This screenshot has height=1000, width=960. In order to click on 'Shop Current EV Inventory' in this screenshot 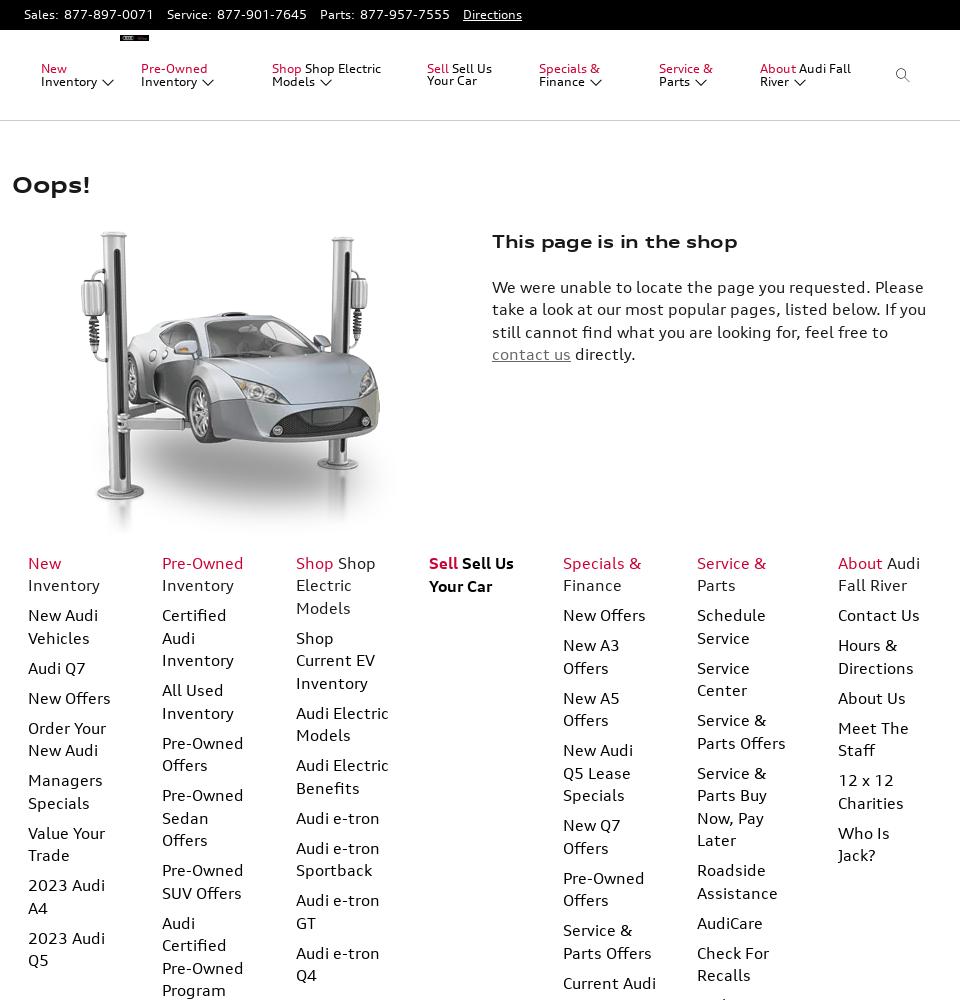, I will do `click(334, 659)`.